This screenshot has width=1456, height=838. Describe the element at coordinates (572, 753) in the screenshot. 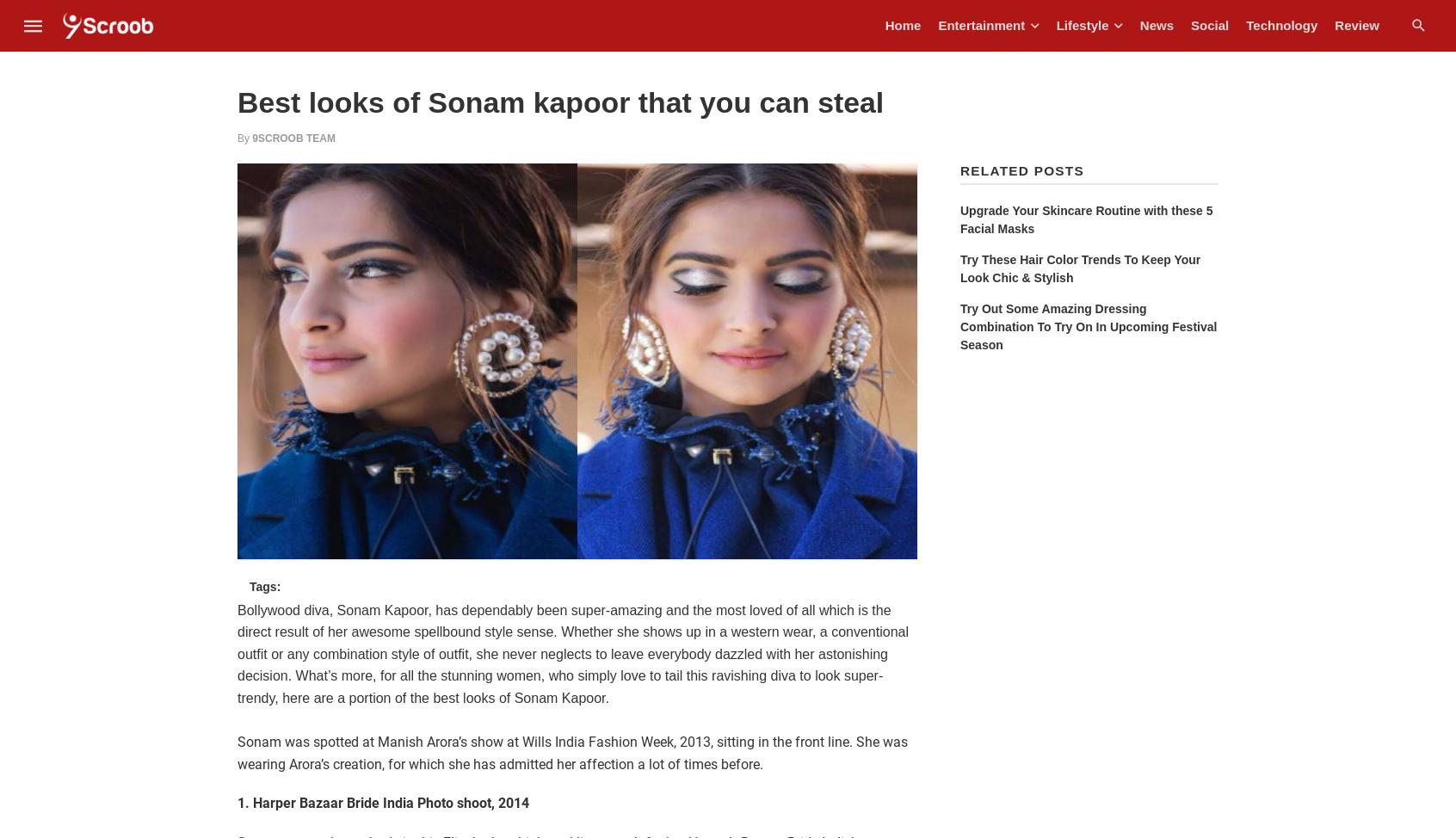

I see `'Sonam was spotted at Manish Arora’s show at Wills India Fashion Week, 2013, sitting in the front line. She was wearing Arora’s creation, for which she has admitted her affection a lot of times before.'` at that location.